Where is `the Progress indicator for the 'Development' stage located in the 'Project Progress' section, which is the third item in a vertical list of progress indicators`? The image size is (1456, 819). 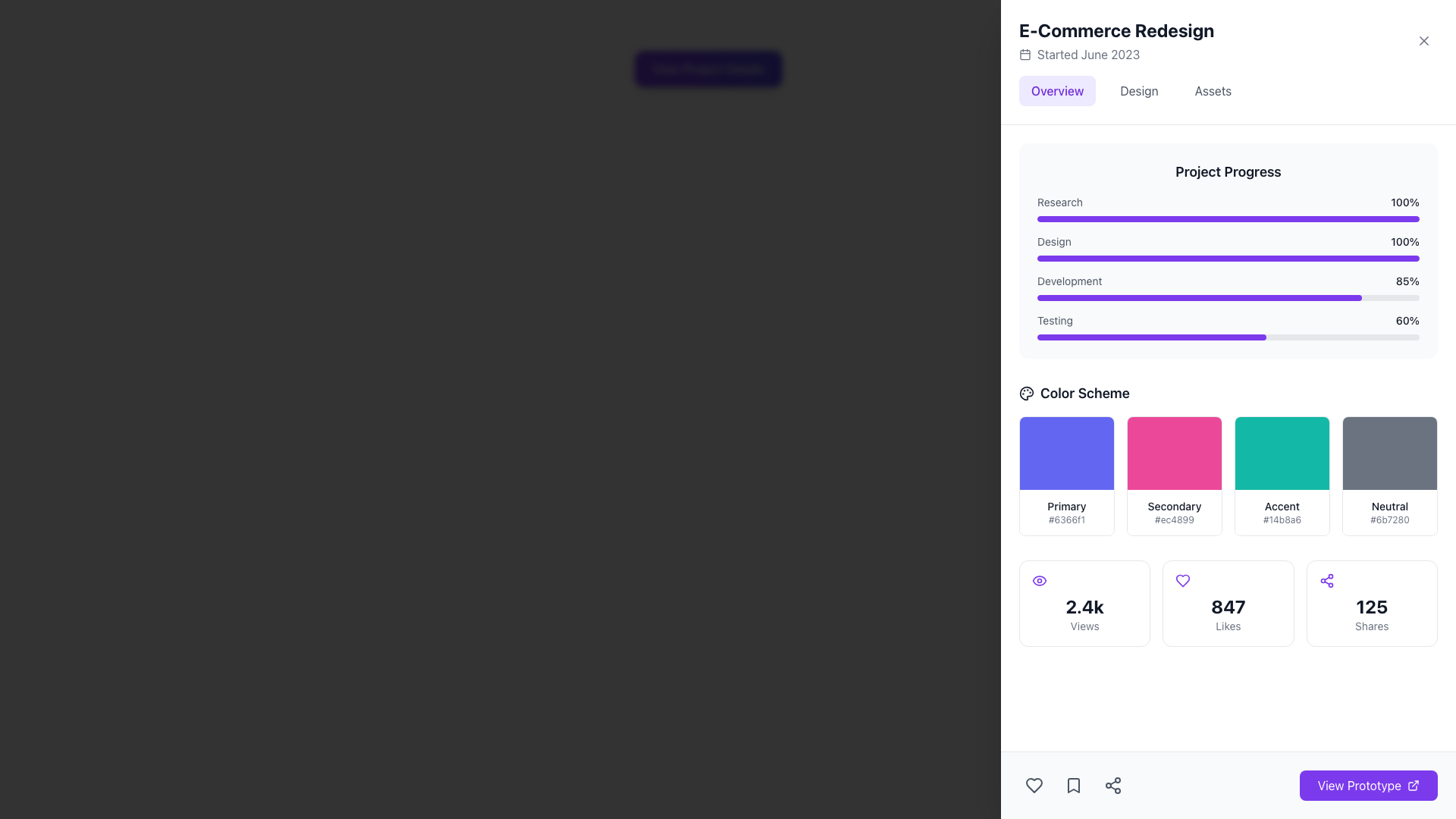 the Progress indicator for the 'Development' stage located in the 'Project Progress' section, which is the third item in a vertical list of progress indicators is located at coordinates (1228, 287).